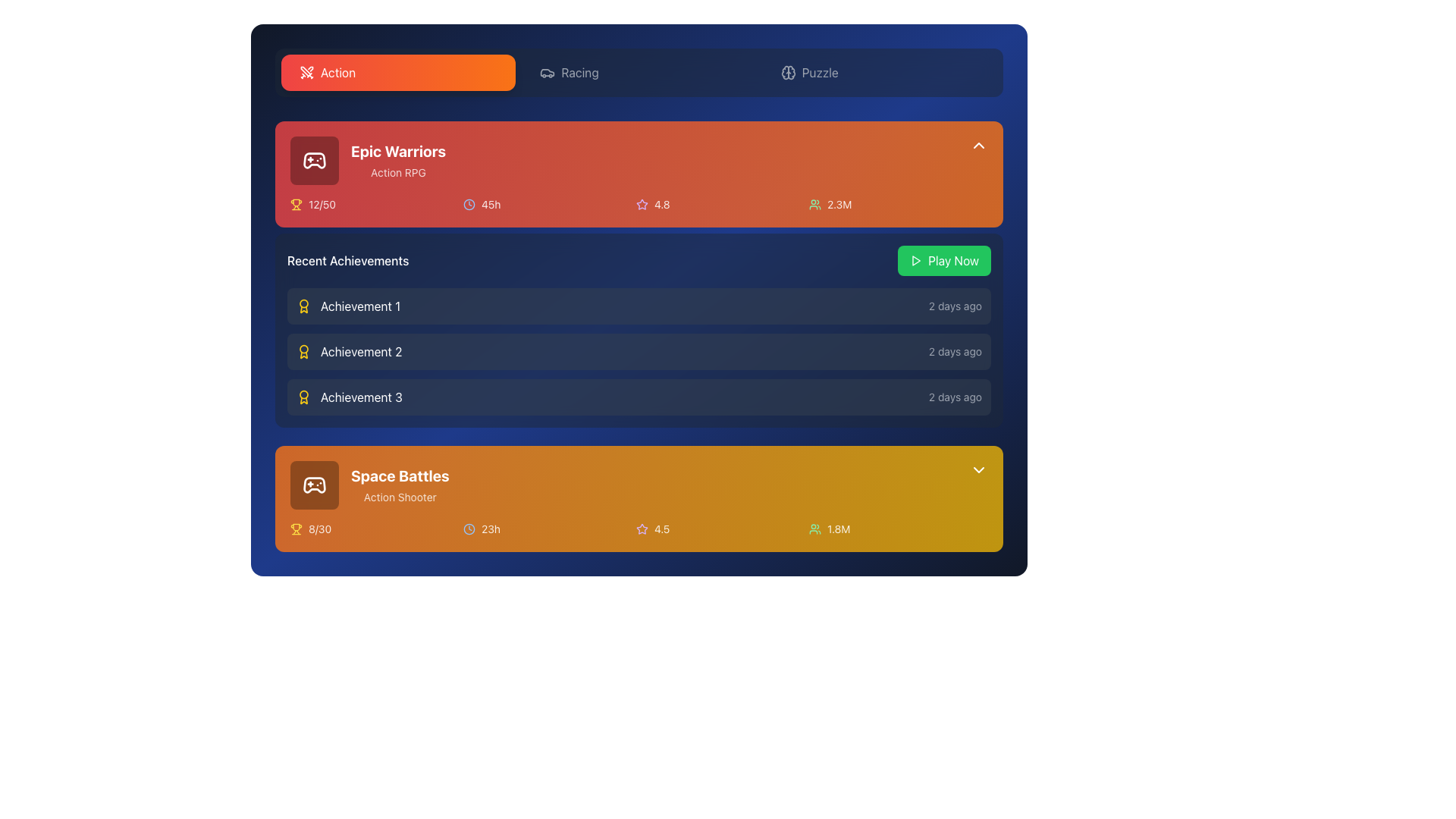 The width and height of the screenshot is (1456, 819). What do you see at coordinates (814, 205) in the screenshot?
I see `the small green icon representing a group of users located adjacent to the numerical text value '2.3M' in the upper-right area of the 'Epic Warriors' section` at bounding box center [814, 205].